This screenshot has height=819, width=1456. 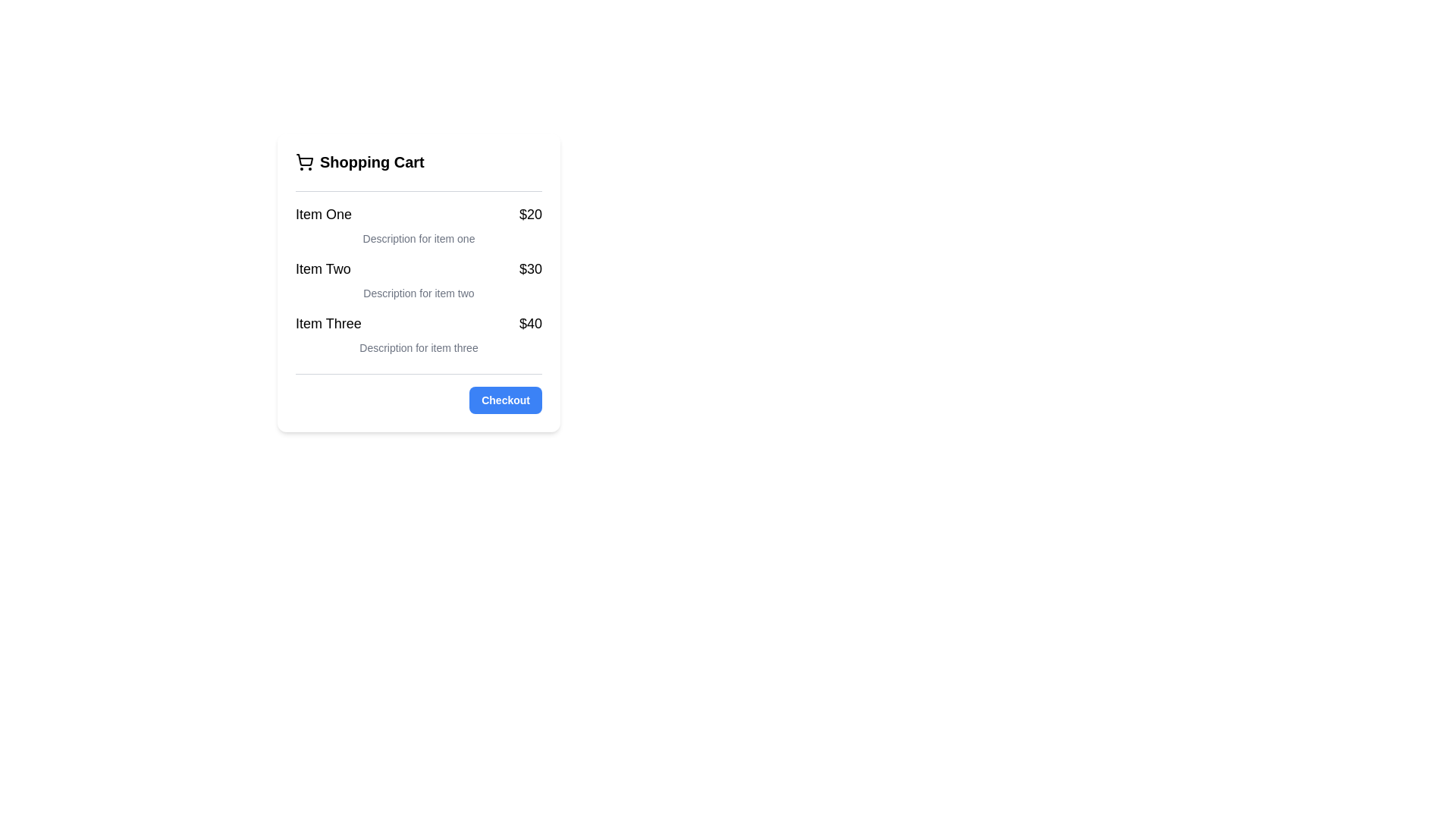 I want to click on the price text label for 'Item Three' in the shopping cart interface, which is positioned to the right of the item title, so click(x=531, y=323).